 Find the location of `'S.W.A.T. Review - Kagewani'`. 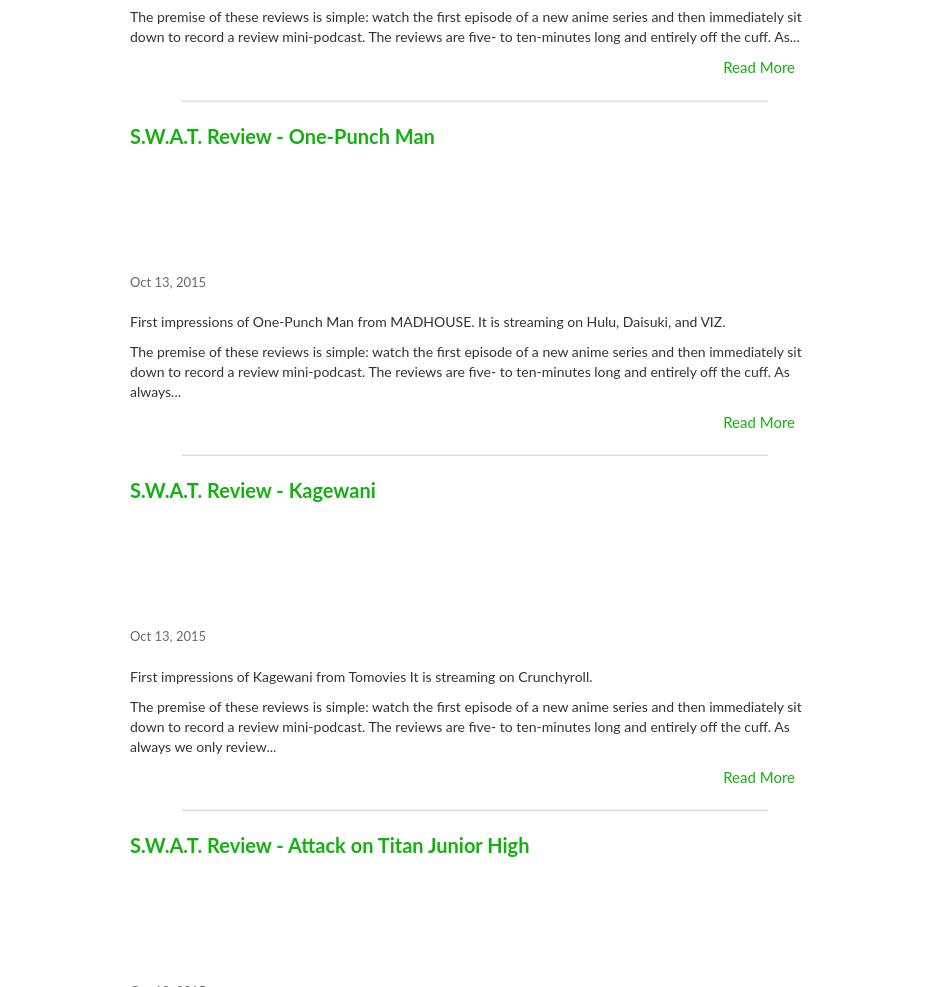

'S.W.A.T. Review - Kagewani' is located at coordinates (251, 491).